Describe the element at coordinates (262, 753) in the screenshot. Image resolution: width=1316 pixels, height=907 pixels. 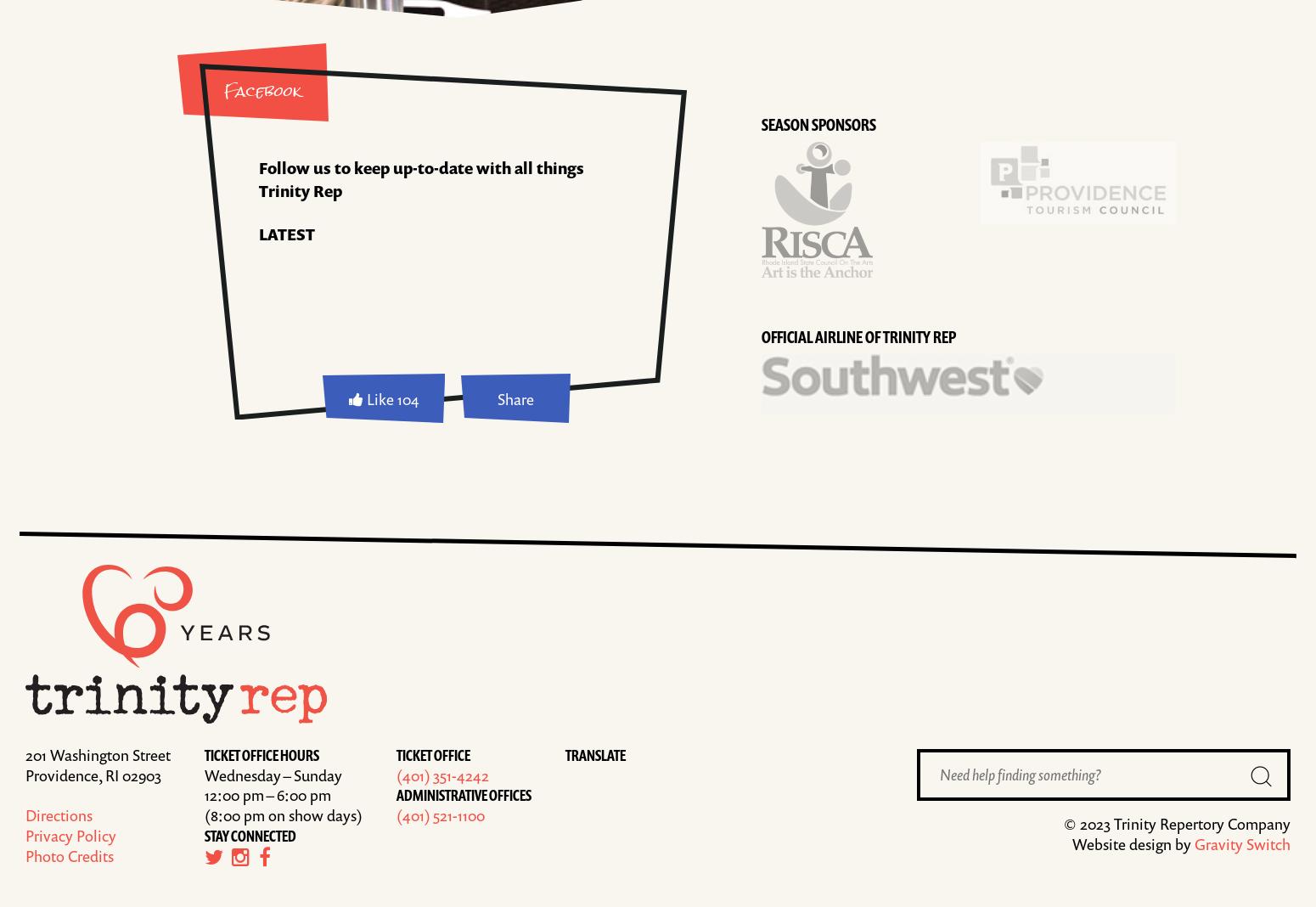
I see `'Ticket Office Hours'` at that location.